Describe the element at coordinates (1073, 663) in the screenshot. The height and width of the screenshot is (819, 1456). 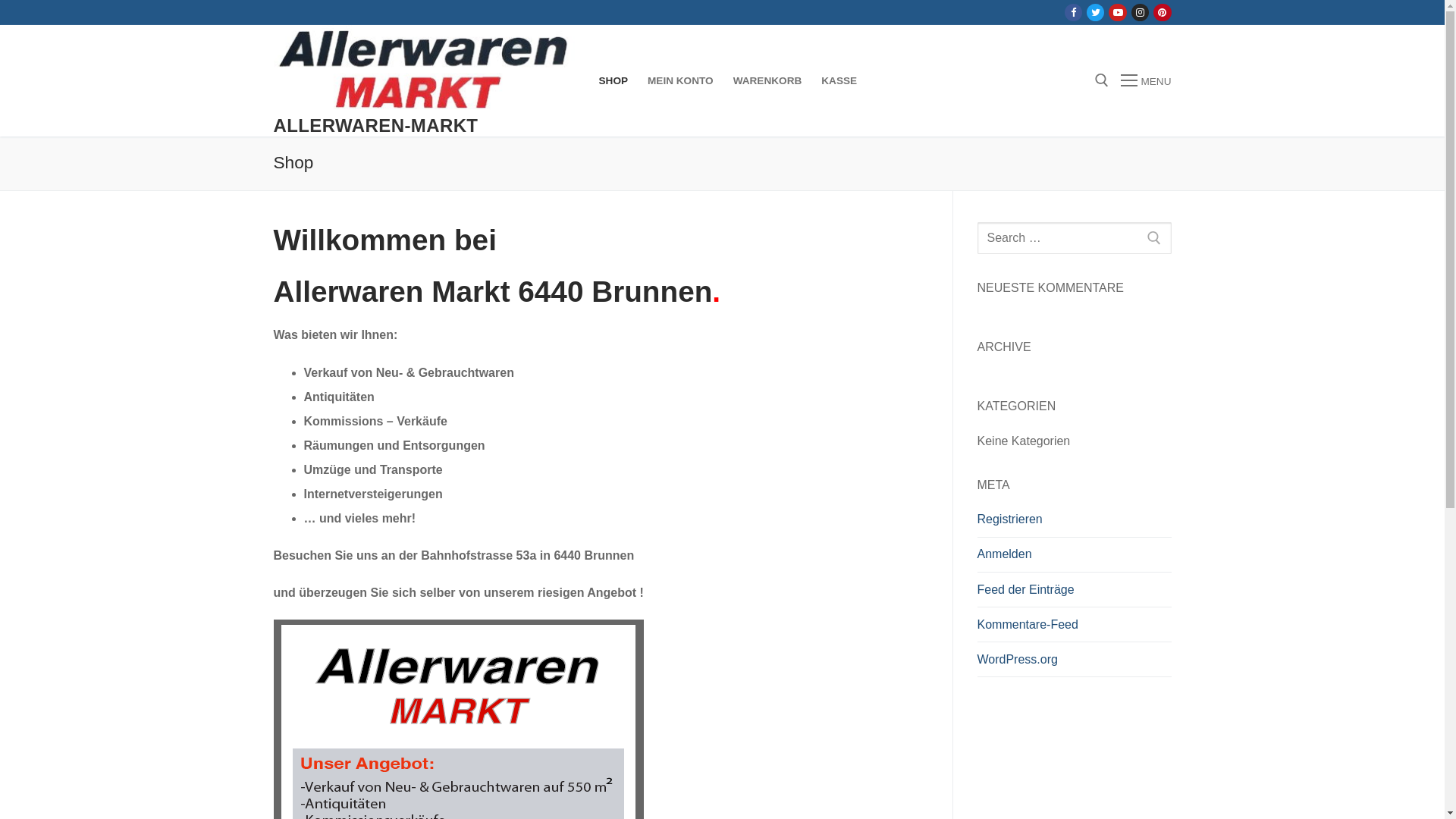
I see `'WordPress.org'` at that location.